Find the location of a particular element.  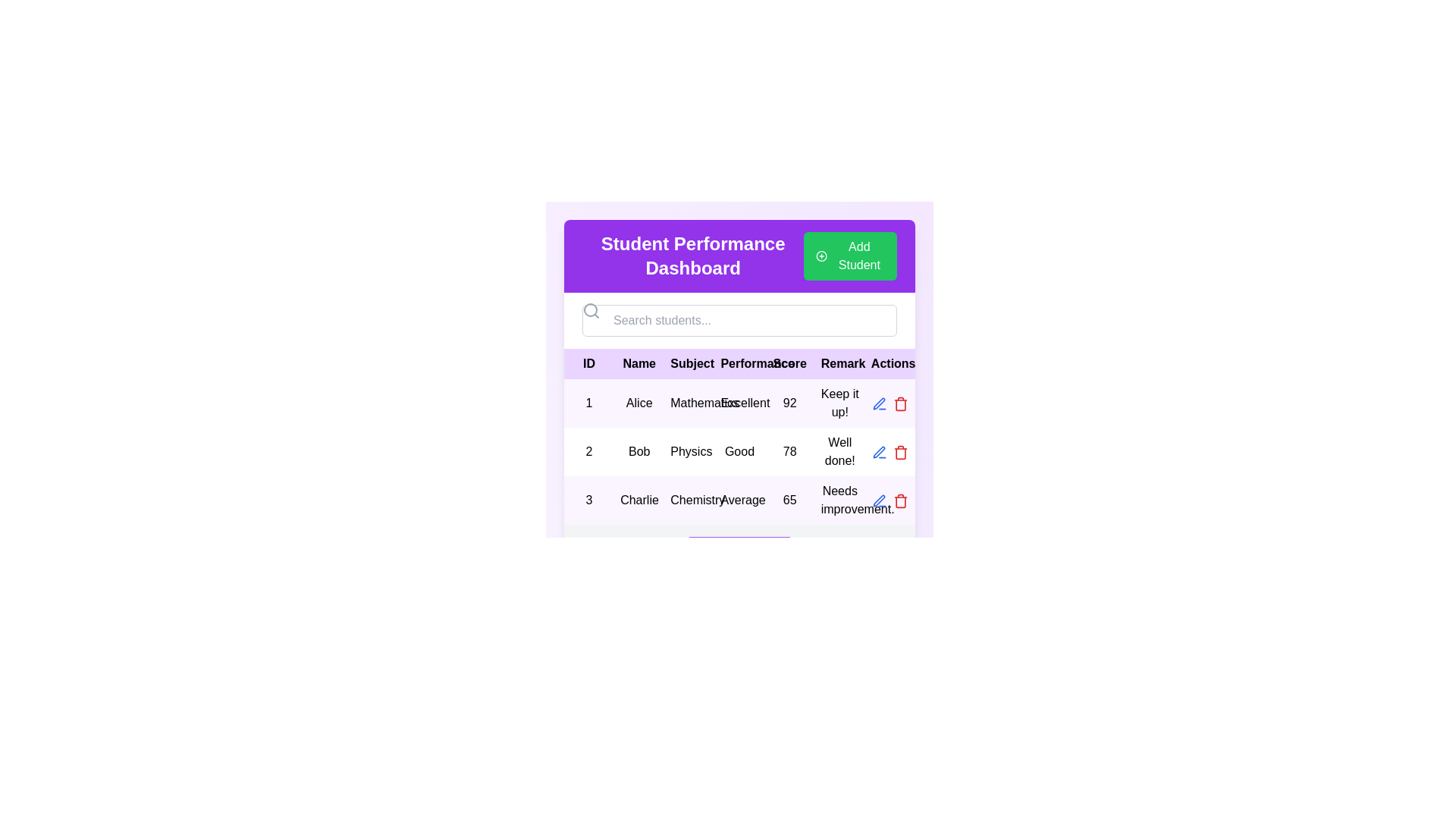

text 'Name' from the header label for the student names column, which is positioned between the 'ID' and 'Subject' headers in the table is located at coordinates (639, 363).